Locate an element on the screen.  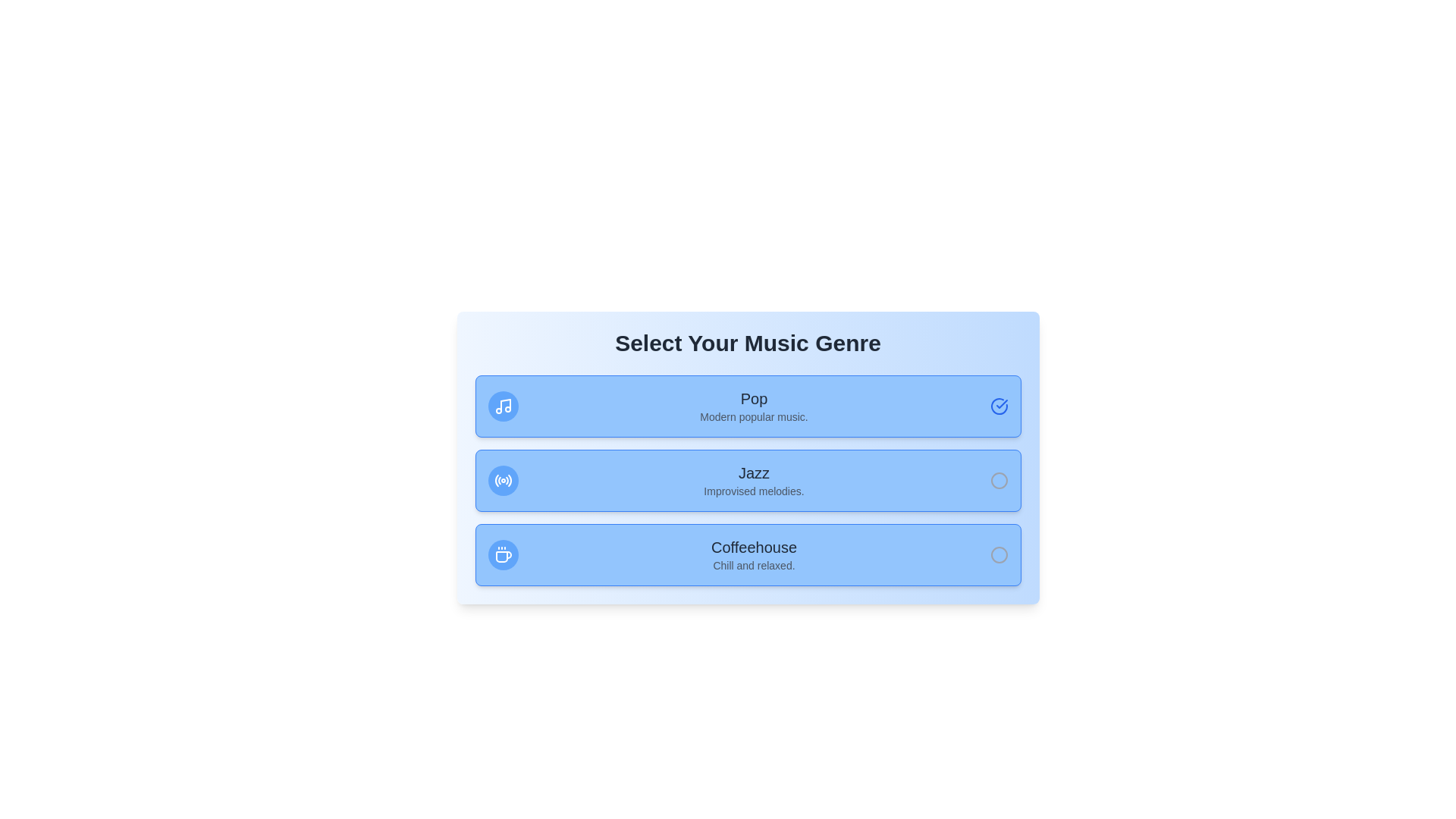
the text label element that displays the sentence 'Modern popular music.' which is located directly beneath the heading 'Pop' within the first music genre selection option is located at coordinates (754, 417).